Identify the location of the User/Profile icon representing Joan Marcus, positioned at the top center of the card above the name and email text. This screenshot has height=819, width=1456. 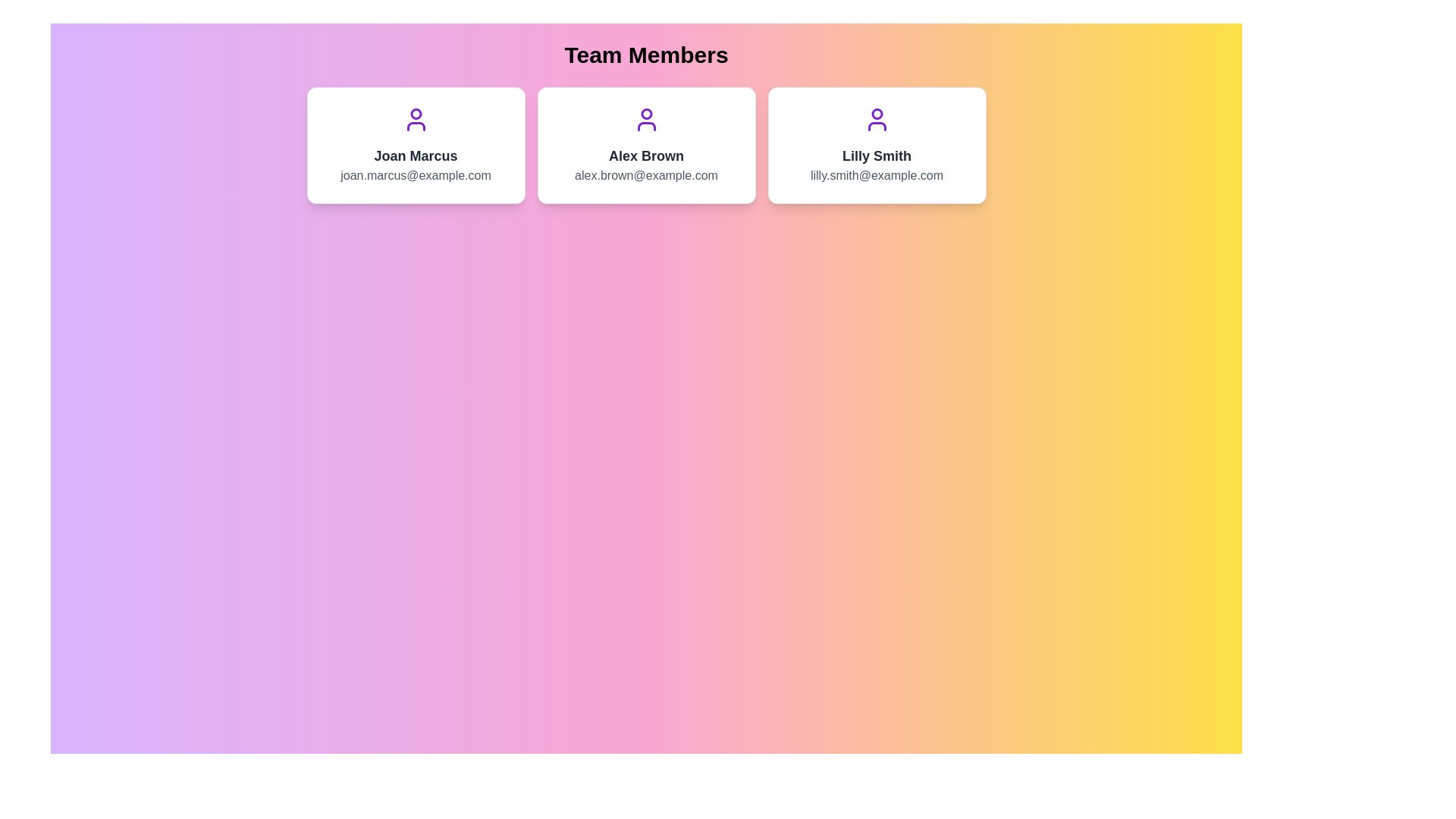
(416, 119).